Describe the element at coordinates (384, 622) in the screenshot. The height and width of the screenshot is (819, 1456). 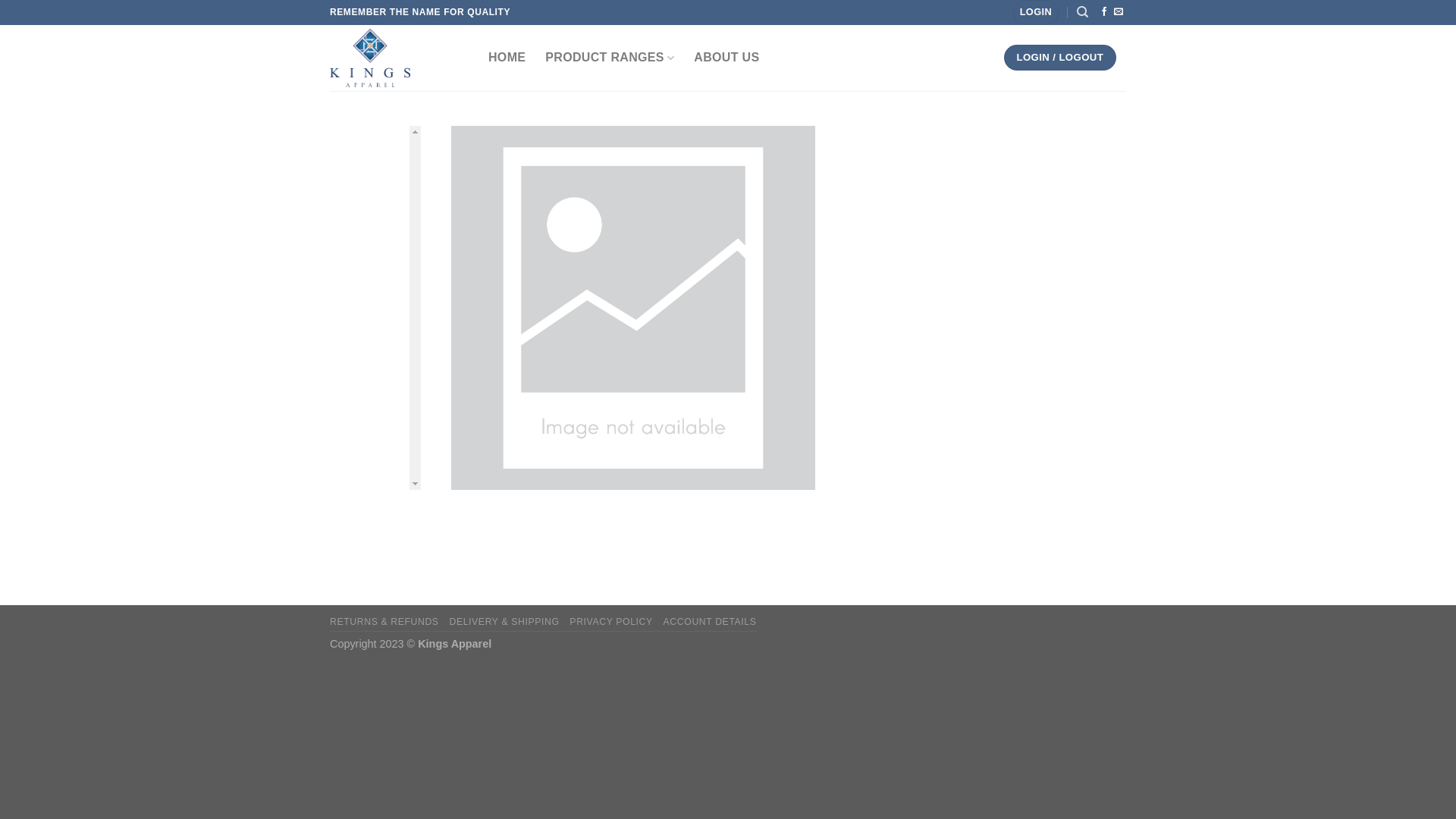
I see `'RETURNS & REFUNDS'` at that location.